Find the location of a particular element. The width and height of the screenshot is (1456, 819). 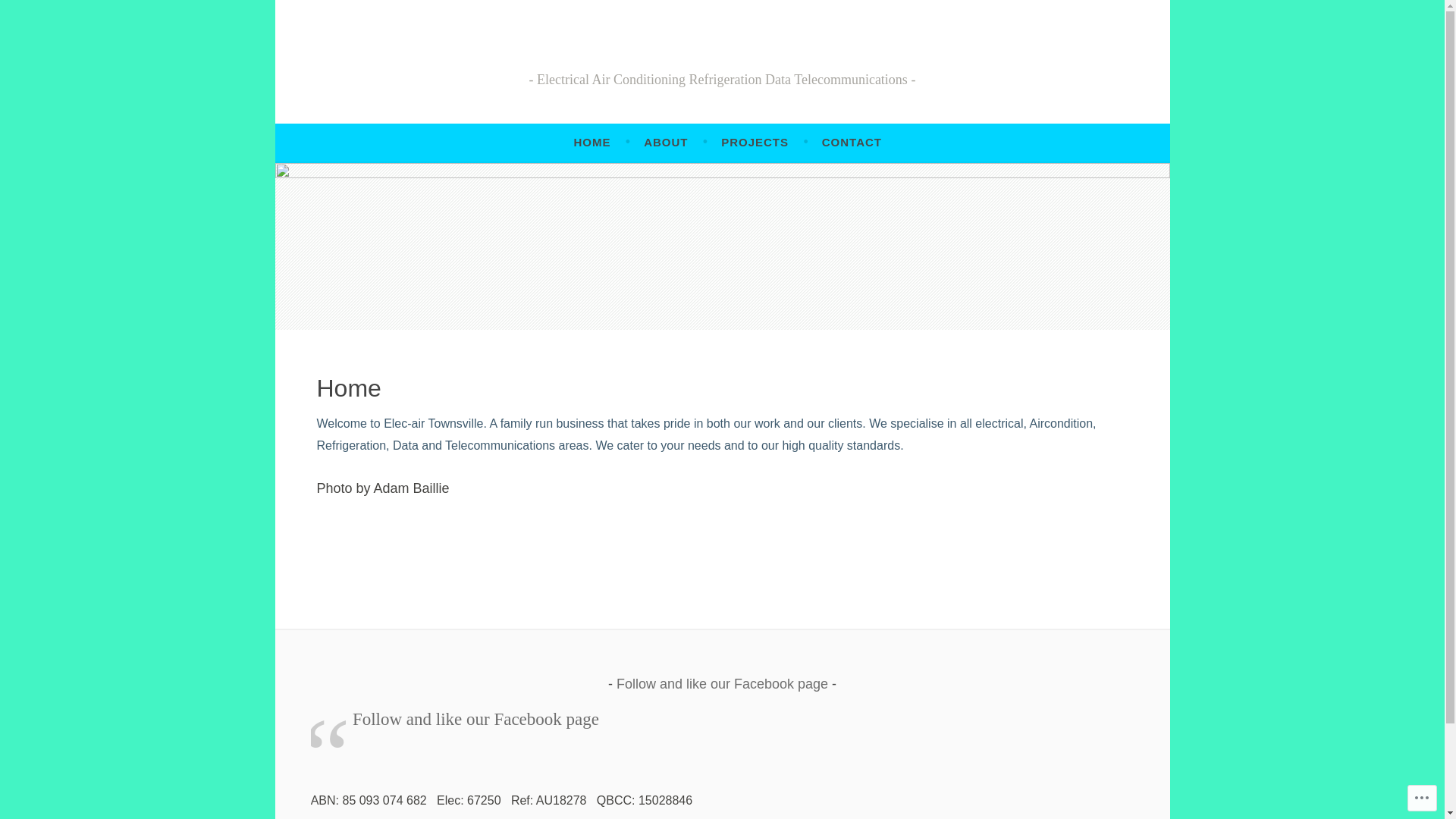

'ABOUT' is located at coordinates (666, 143).